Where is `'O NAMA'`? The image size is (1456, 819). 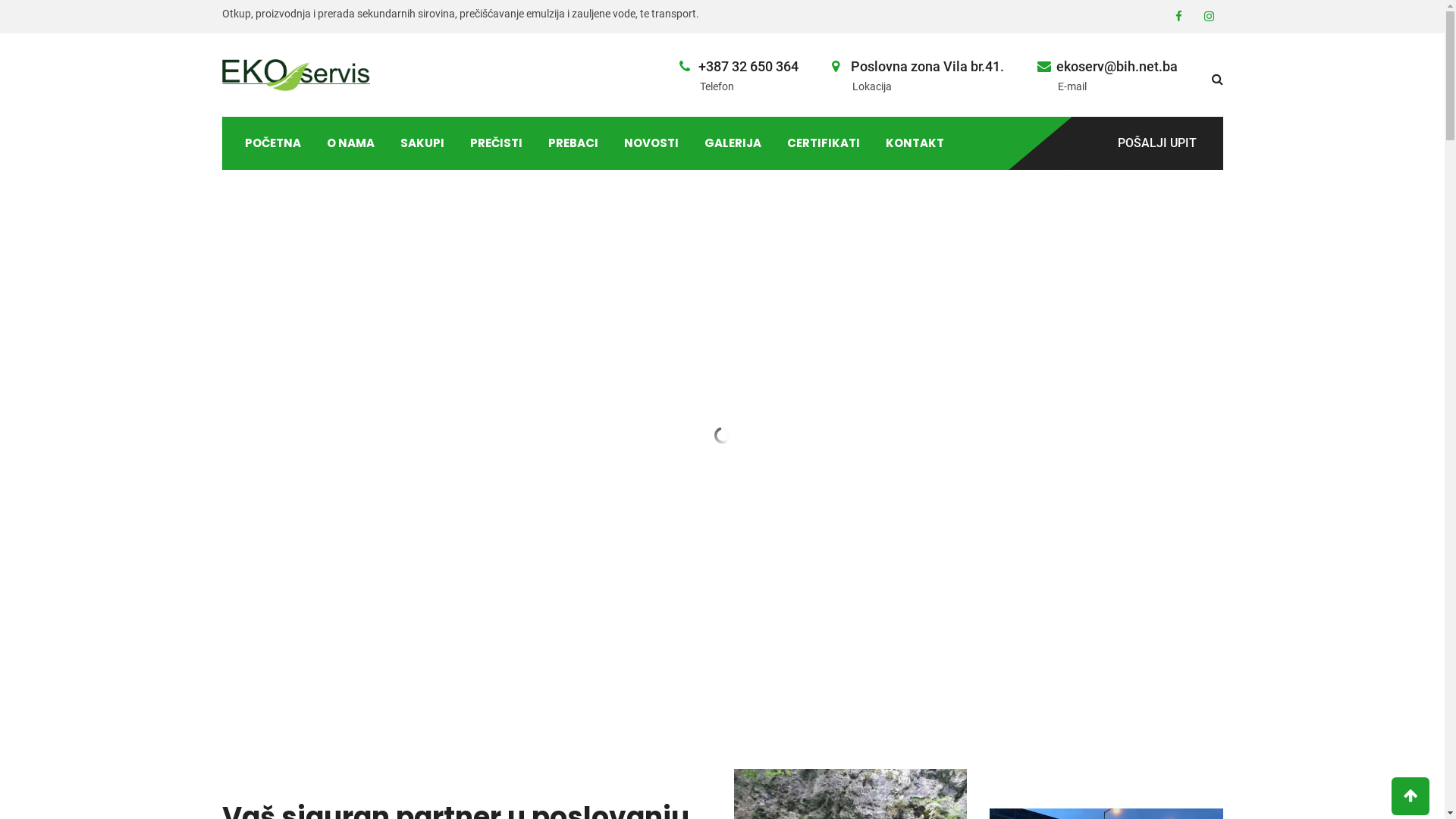 'O NAMA' is located at coordinates (350, 143).